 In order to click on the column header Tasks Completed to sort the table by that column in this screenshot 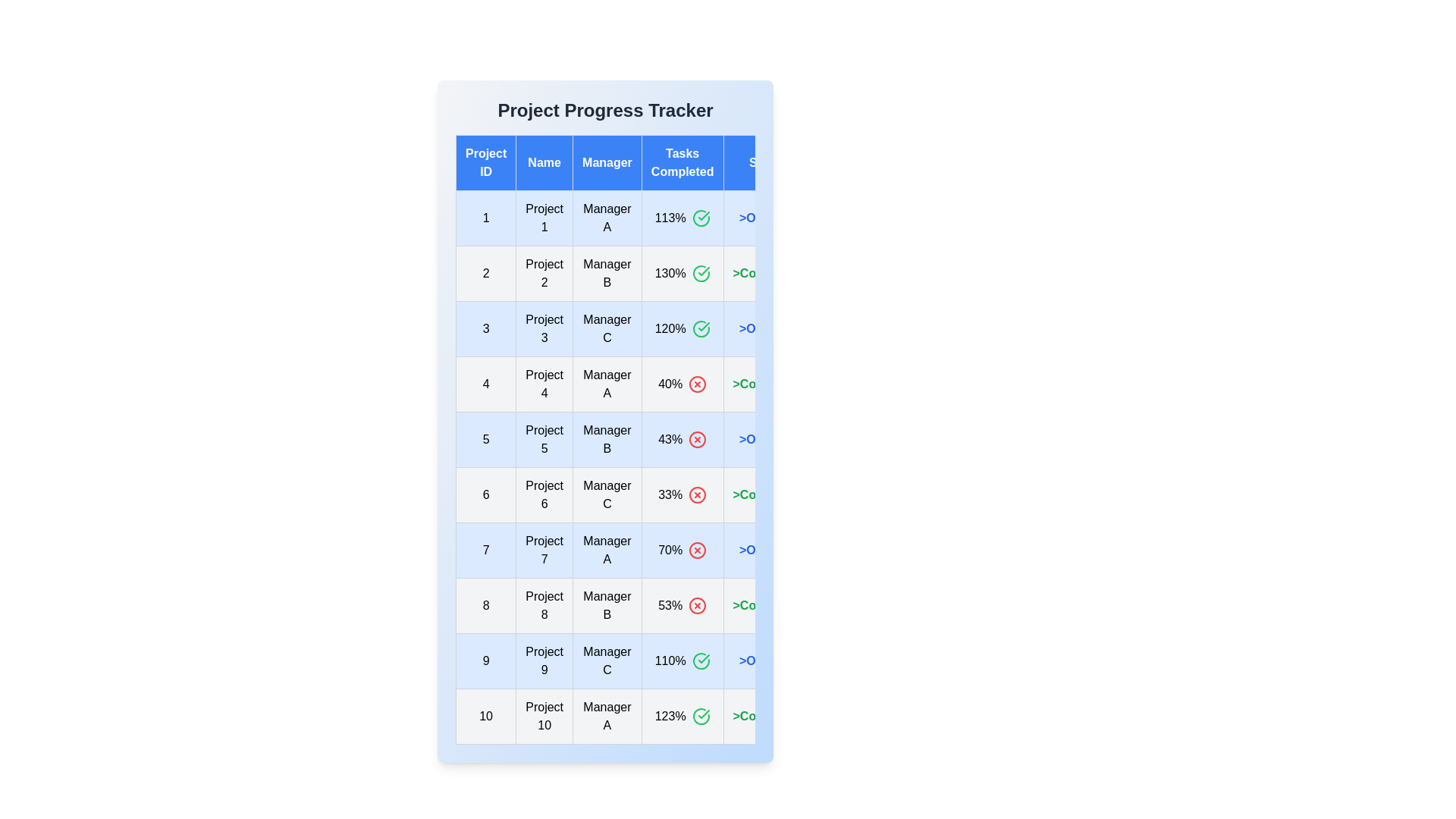, I will do `click(682, 163)`.